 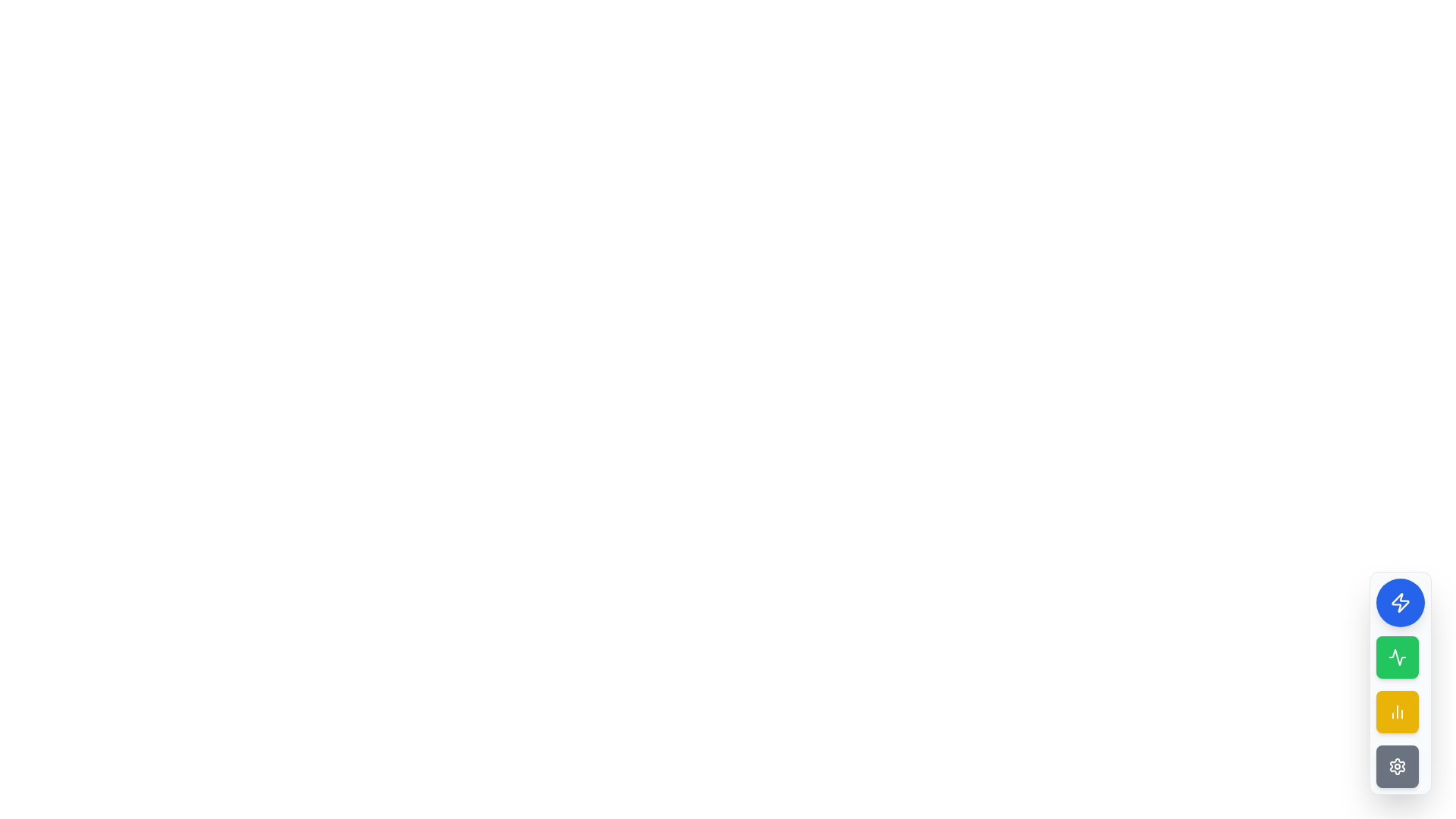 I want to click on the yellow square-shaped button with a minimalist white chart icon, located below the green button in a vertical stack of buttons on the right side of the interface, so click(x=1397, y=711).